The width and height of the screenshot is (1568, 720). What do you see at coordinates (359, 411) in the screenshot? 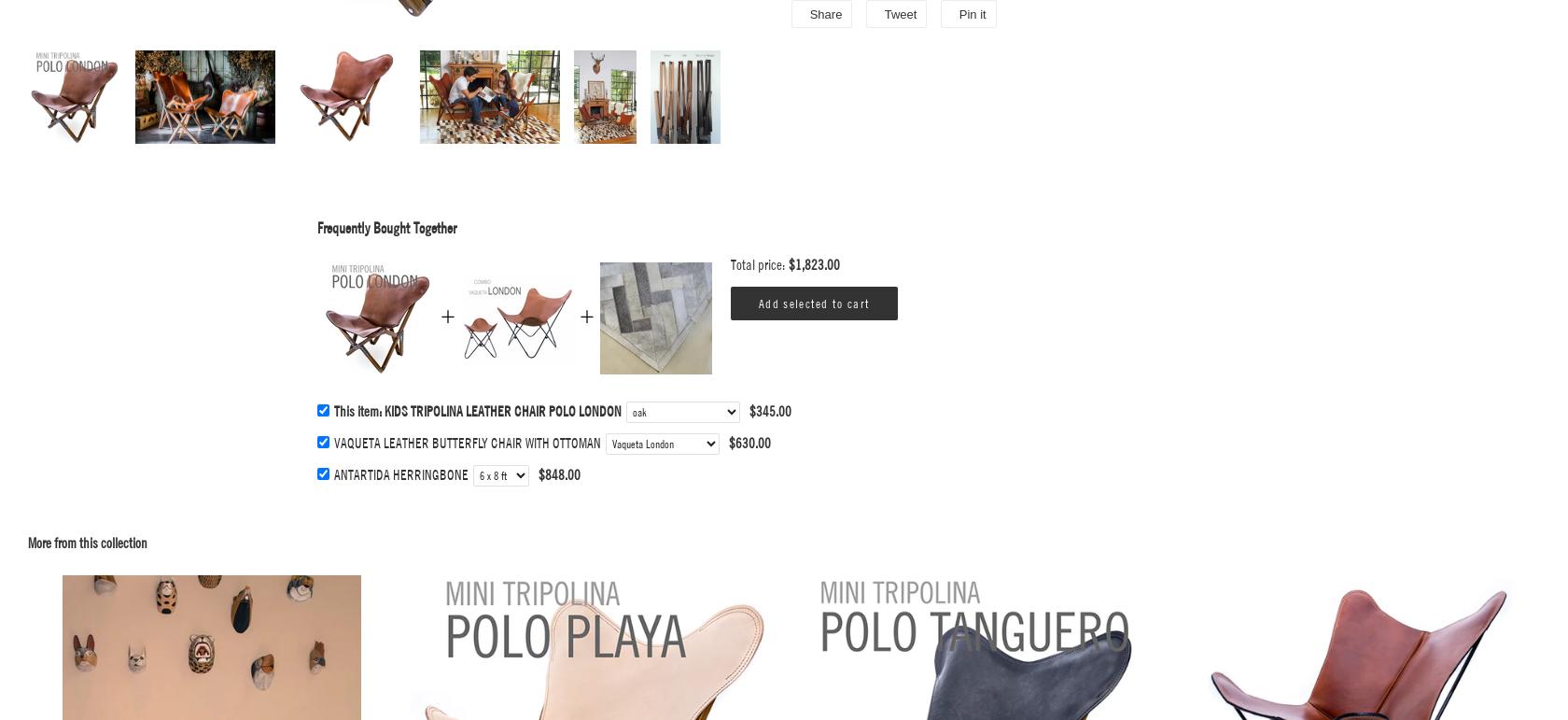
I see `'This item:'` at bounding box center [359, 411].